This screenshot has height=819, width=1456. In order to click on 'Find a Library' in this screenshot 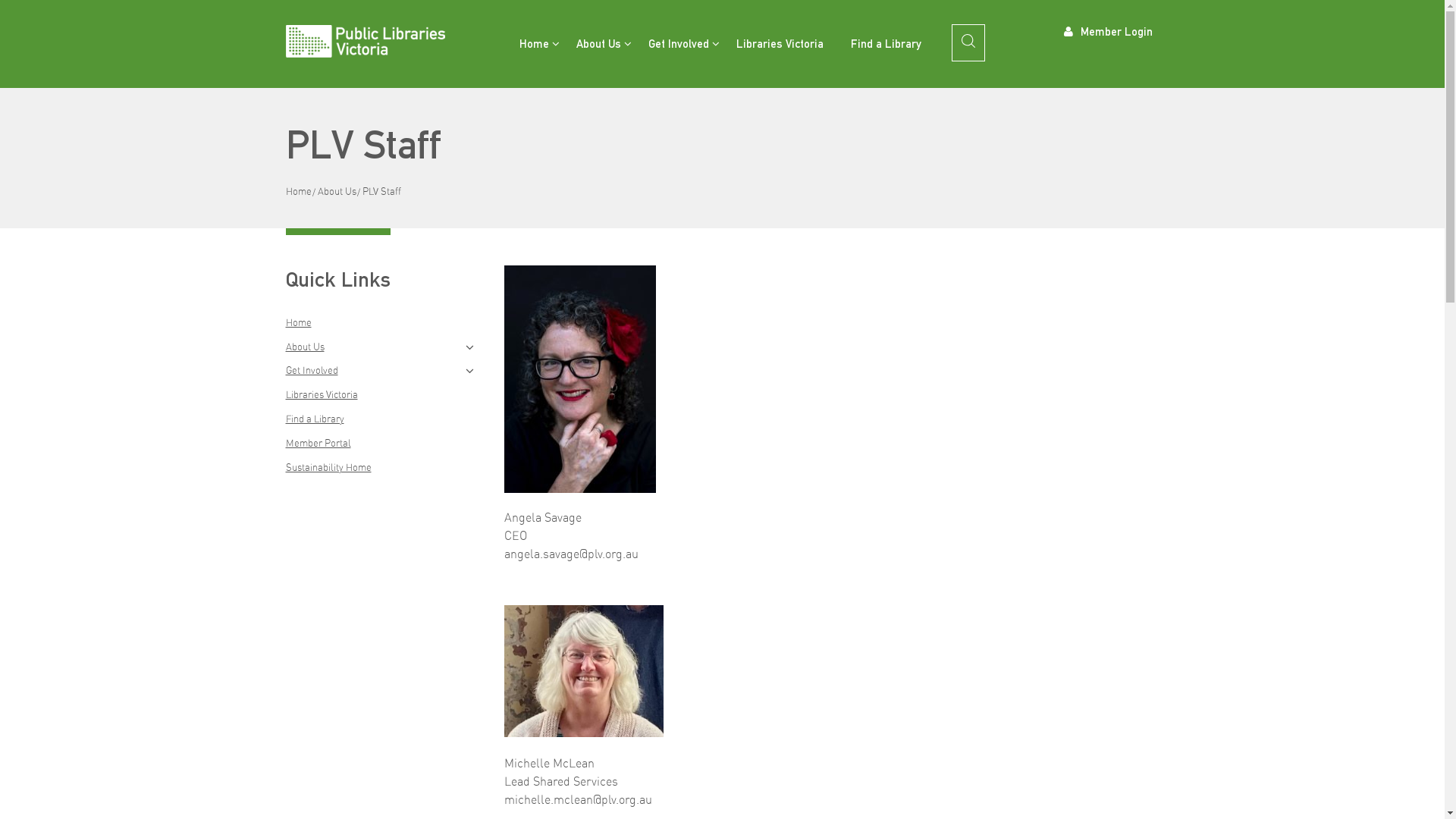, I will do `click(313, 418)`.